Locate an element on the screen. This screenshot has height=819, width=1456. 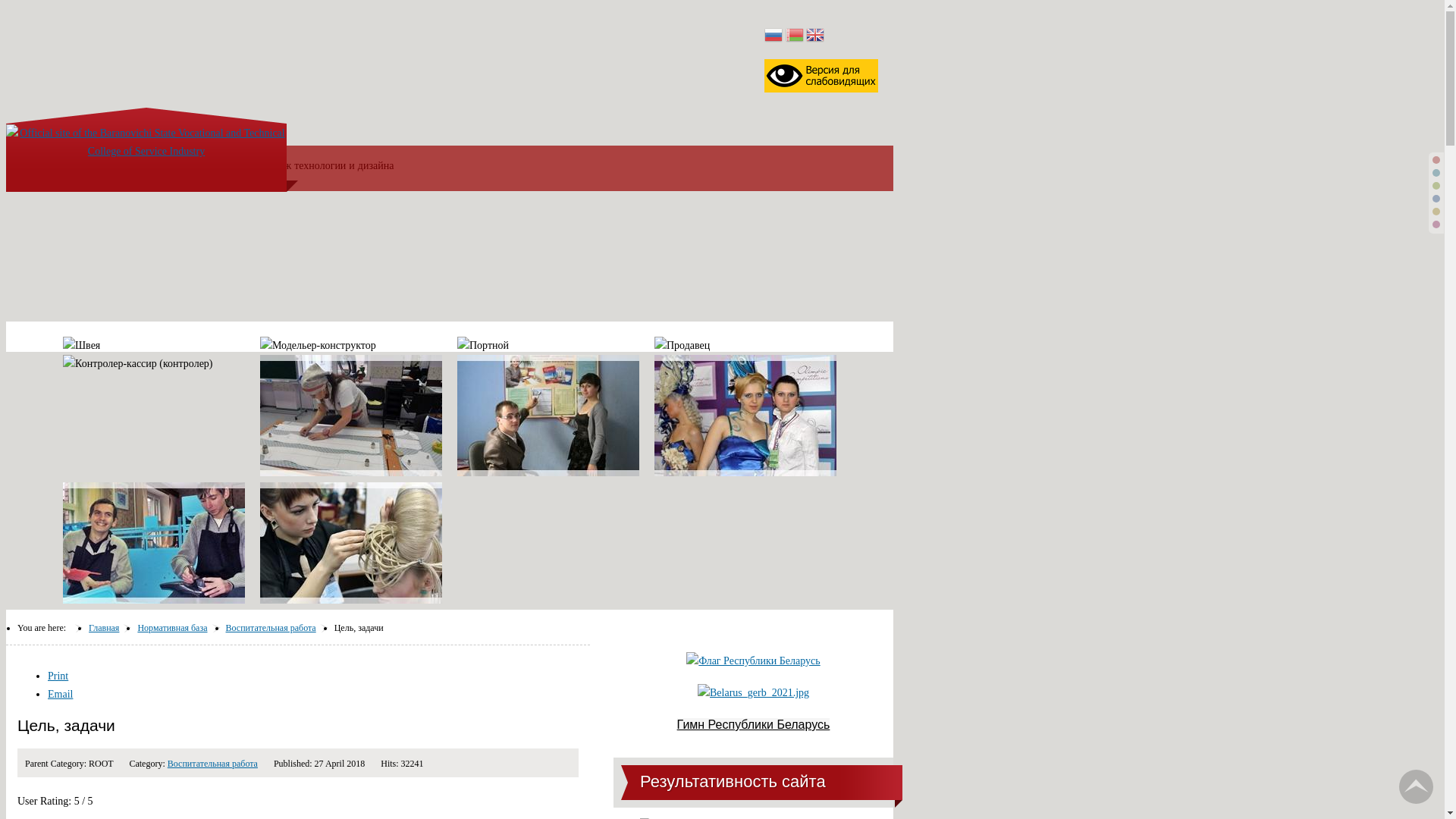
'Print' is located at coordinates (58, 675).